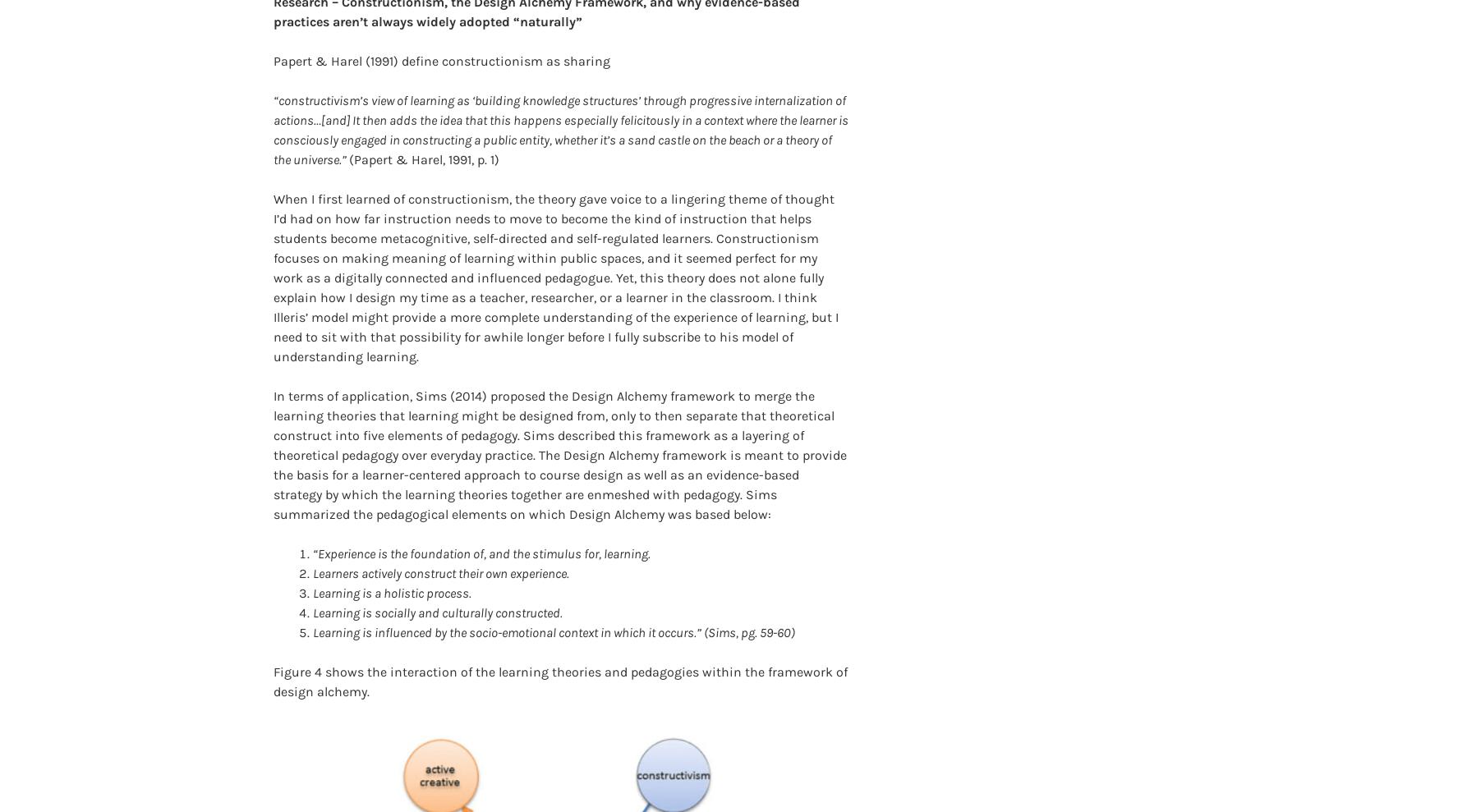 Image resolution: width=1467 pixels, height=812 pixels. I want to click on 'Learning is a holistic process.', so click(391, 566).